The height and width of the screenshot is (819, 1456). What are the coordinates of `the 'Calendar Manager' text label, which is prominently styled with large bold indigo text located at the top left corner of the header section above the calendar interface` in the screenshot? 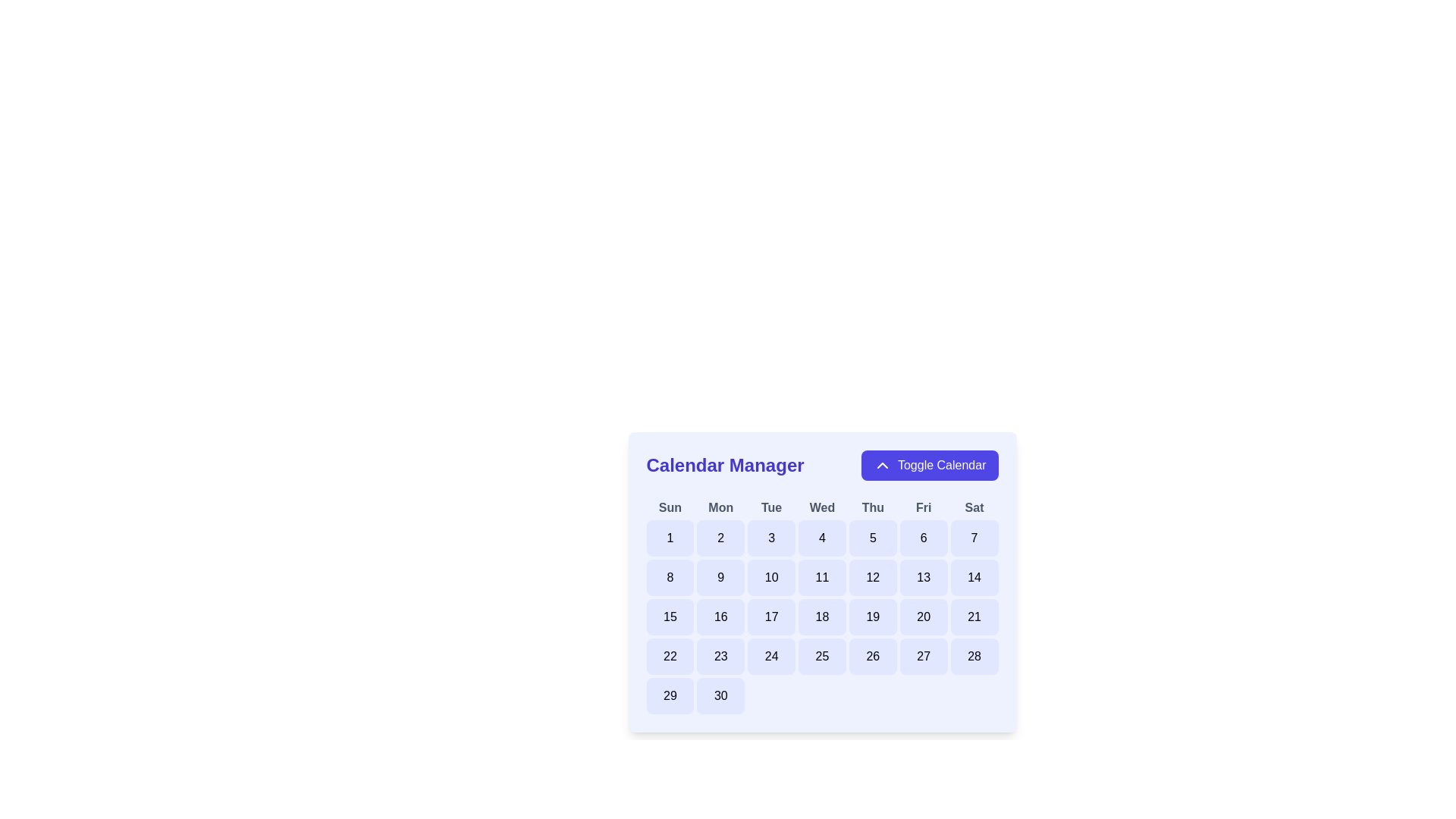 It's located at (724, 464).